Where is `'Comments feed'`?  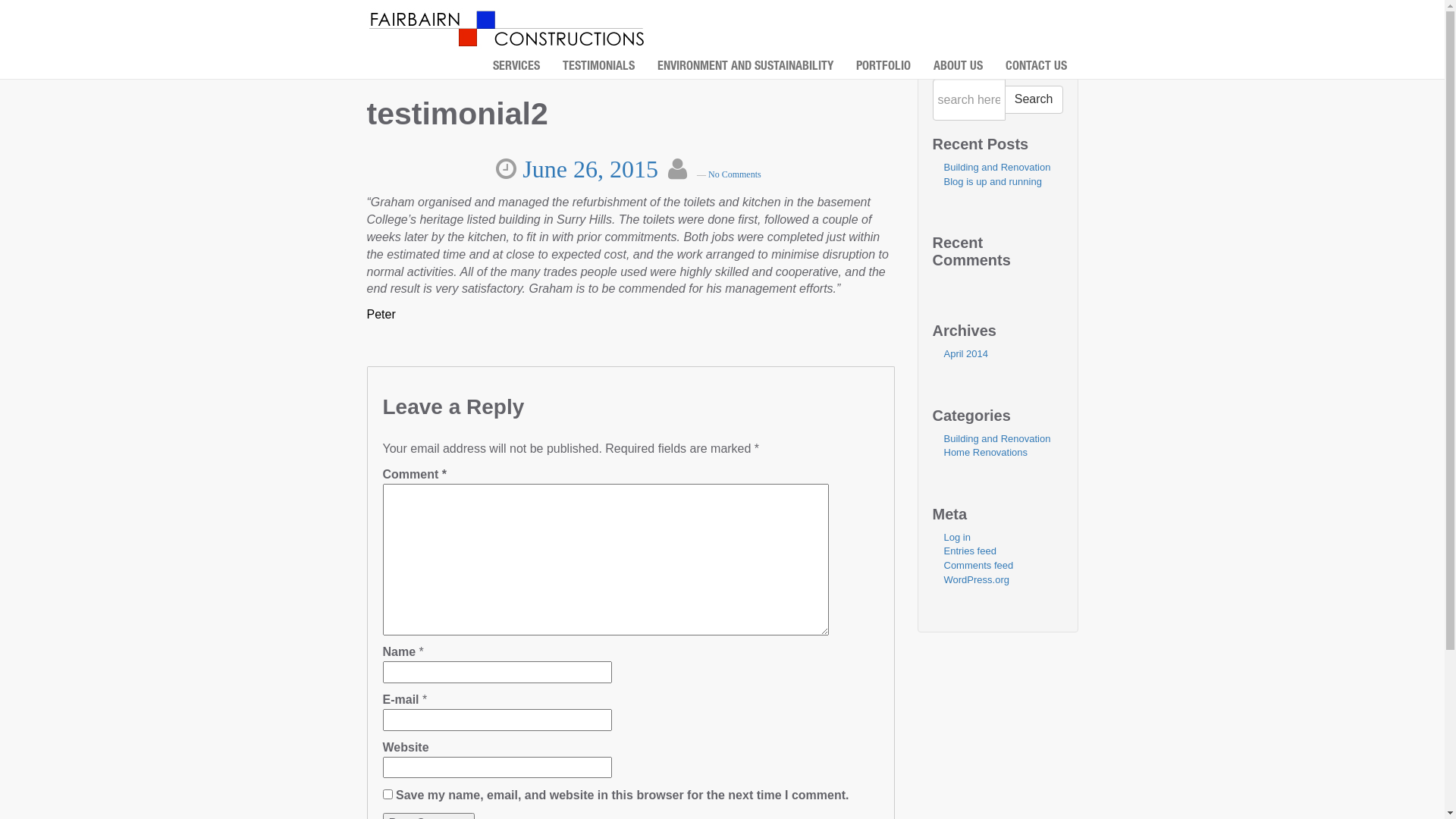 'Comments feed' is located at coordinates (942, 565).